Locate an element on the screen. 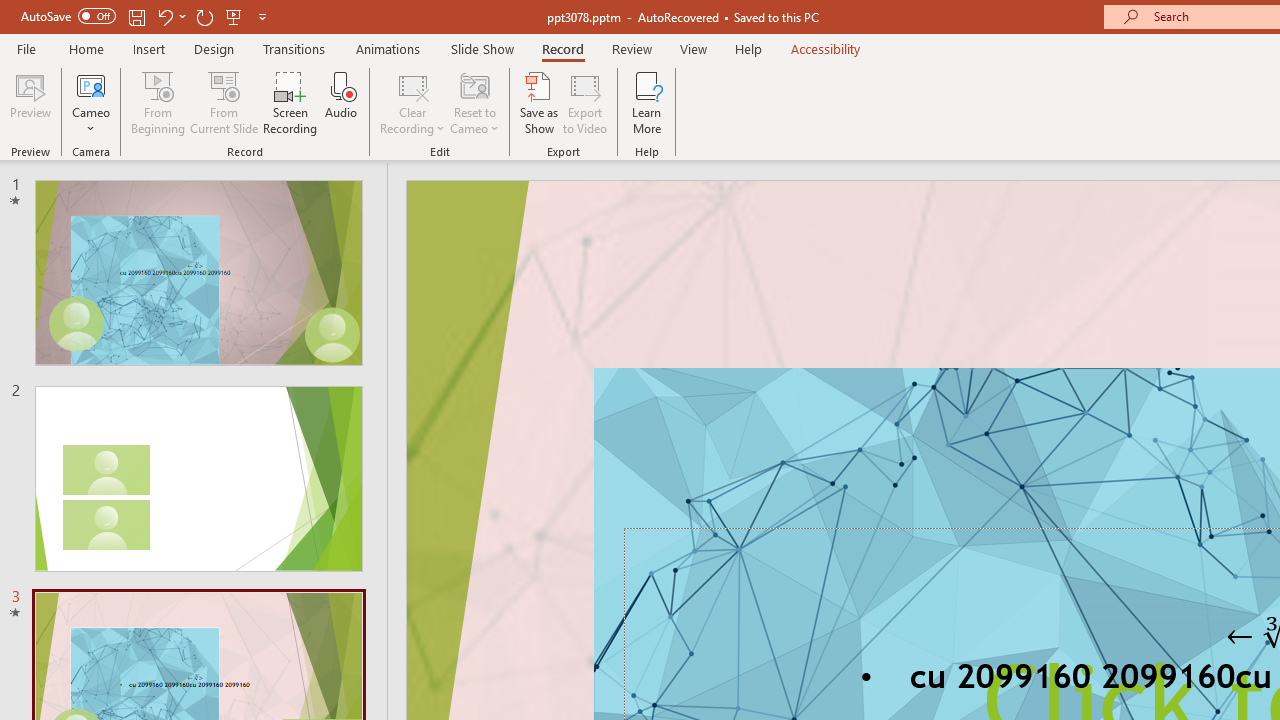  'Undo' is located at coordinates (164, 16).